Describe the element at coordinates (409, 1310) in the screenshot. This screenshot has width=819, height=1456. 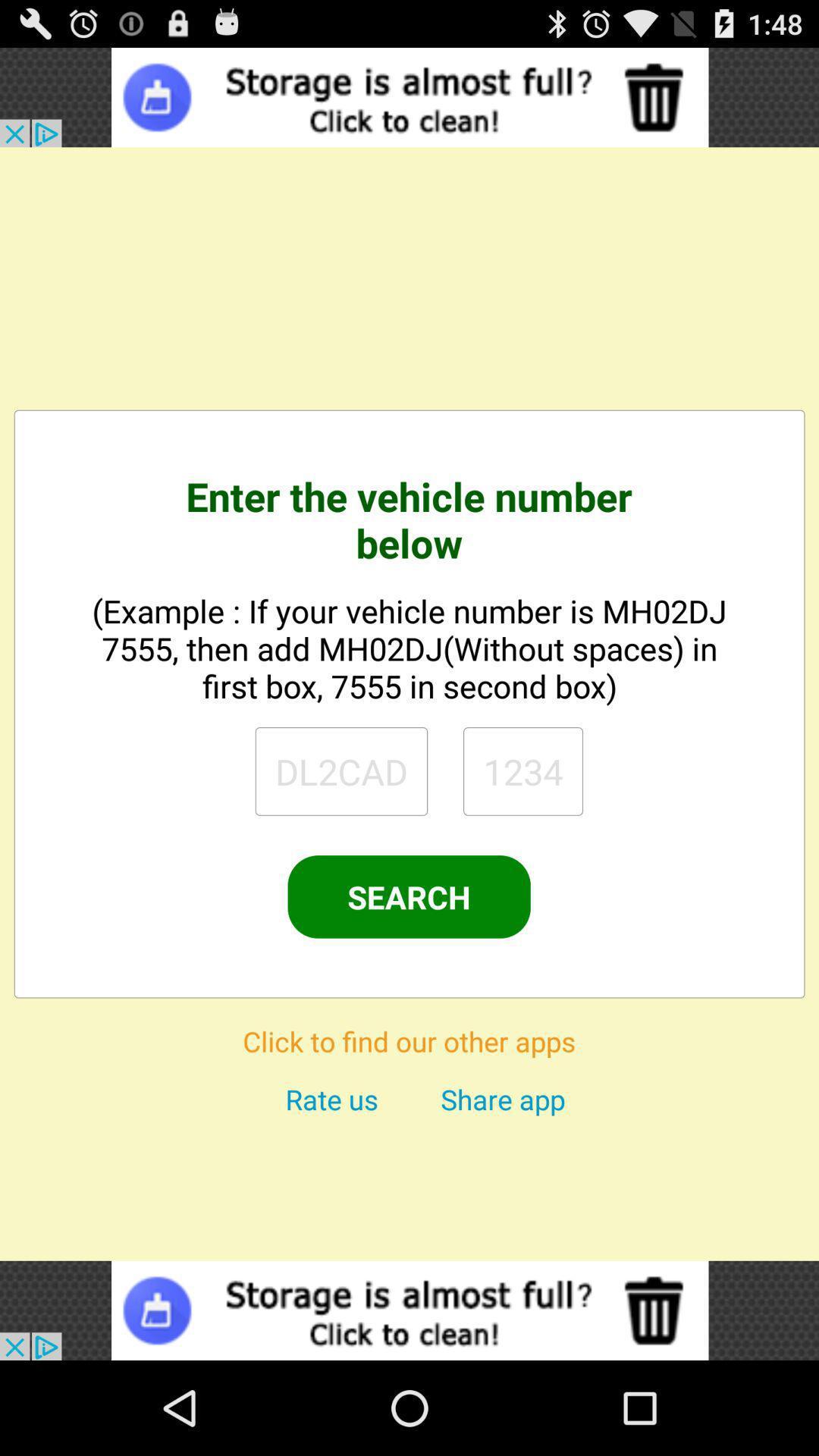
I see `advertisement page` at that location.